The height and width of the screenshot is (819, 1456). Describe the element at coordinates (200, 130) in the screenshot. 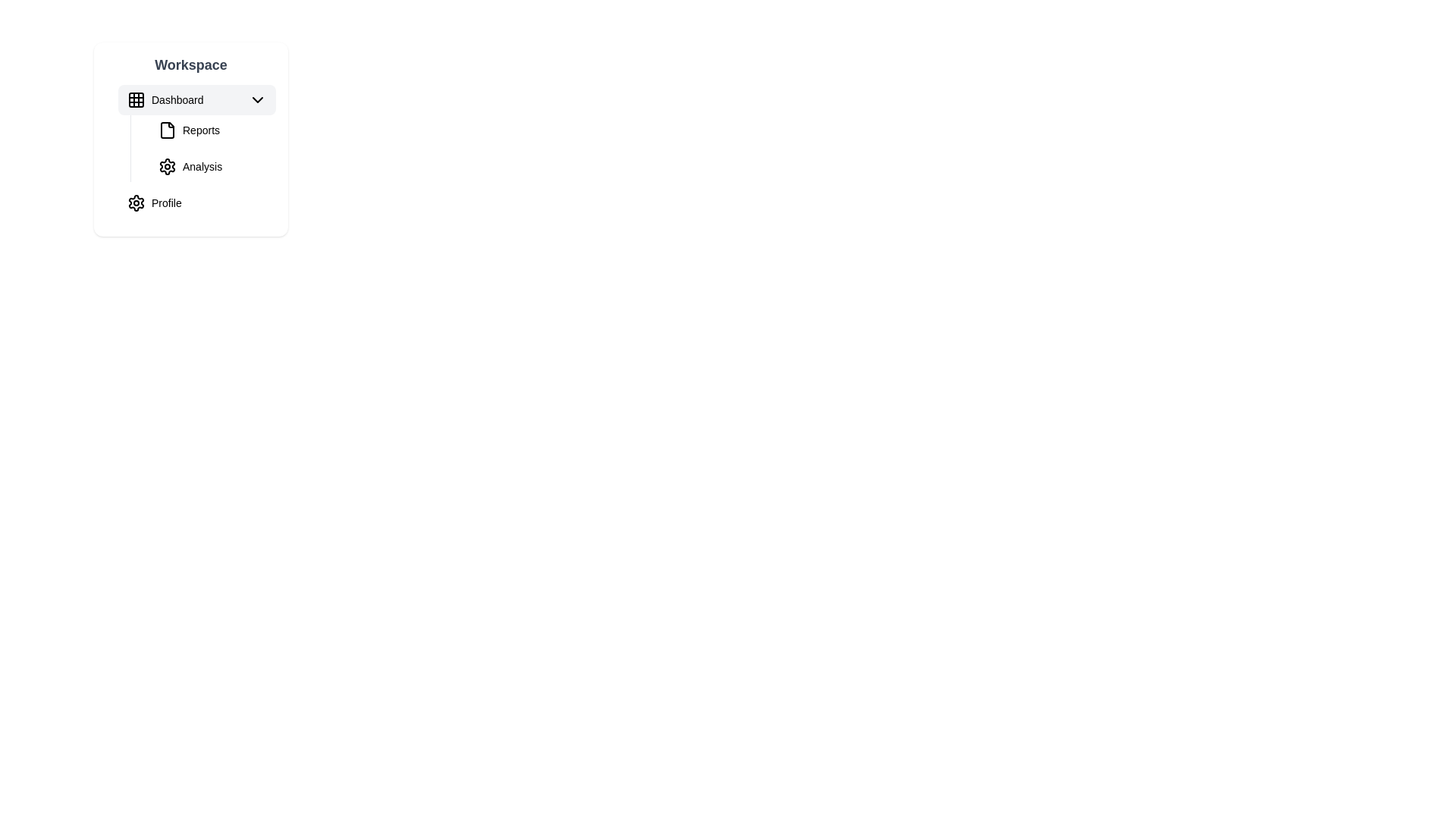

I see `the 'Reports' text label in the vertical navigation list under the 'Workspace' section` at that location.